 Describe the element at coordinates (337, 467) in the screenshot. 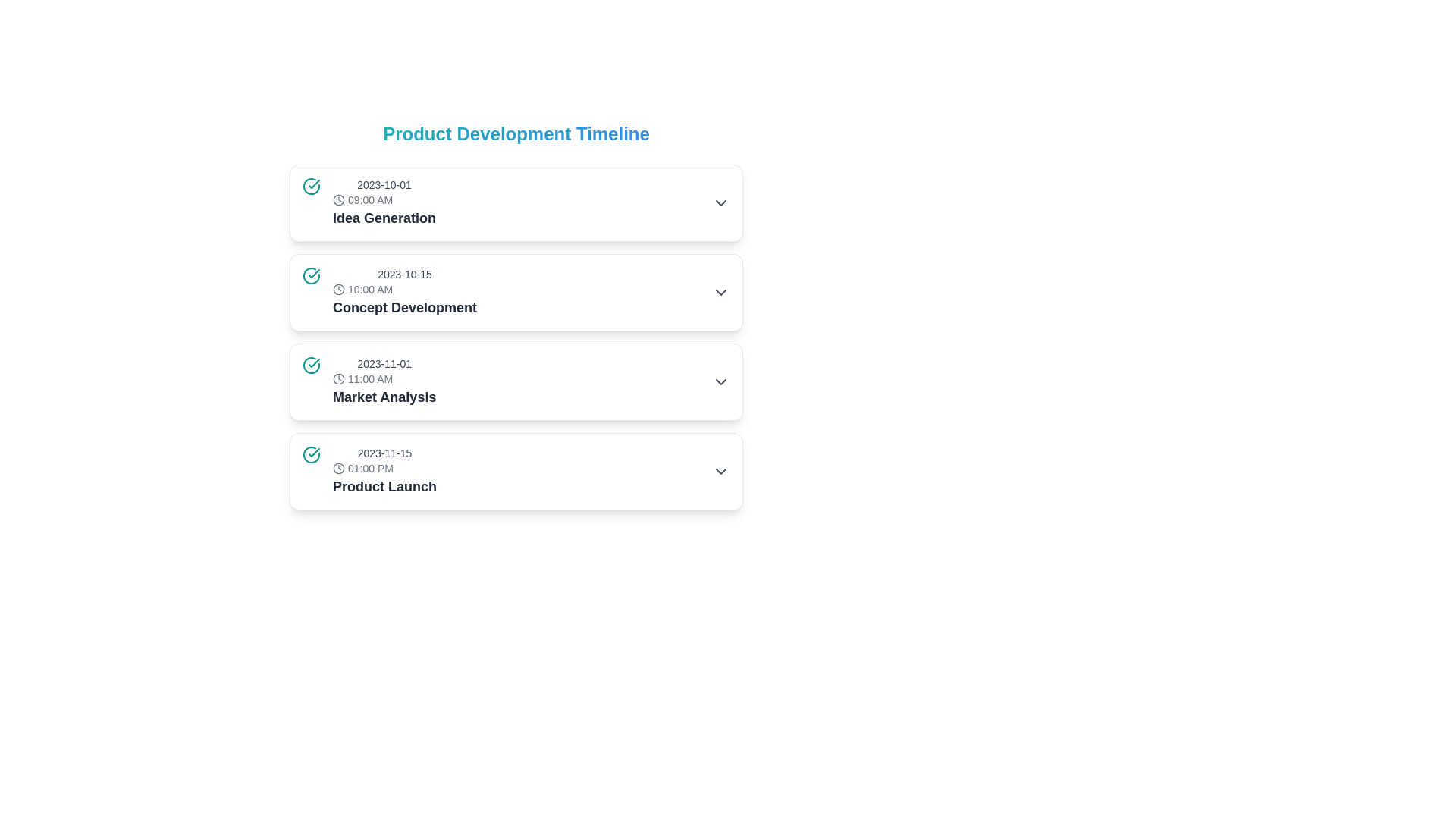

I see `the first circular icon of the clock graphic associated with the 'Product Launch' timeline, located next to the date and time text '2023-11-15' and '01:00 PM'` at that location.